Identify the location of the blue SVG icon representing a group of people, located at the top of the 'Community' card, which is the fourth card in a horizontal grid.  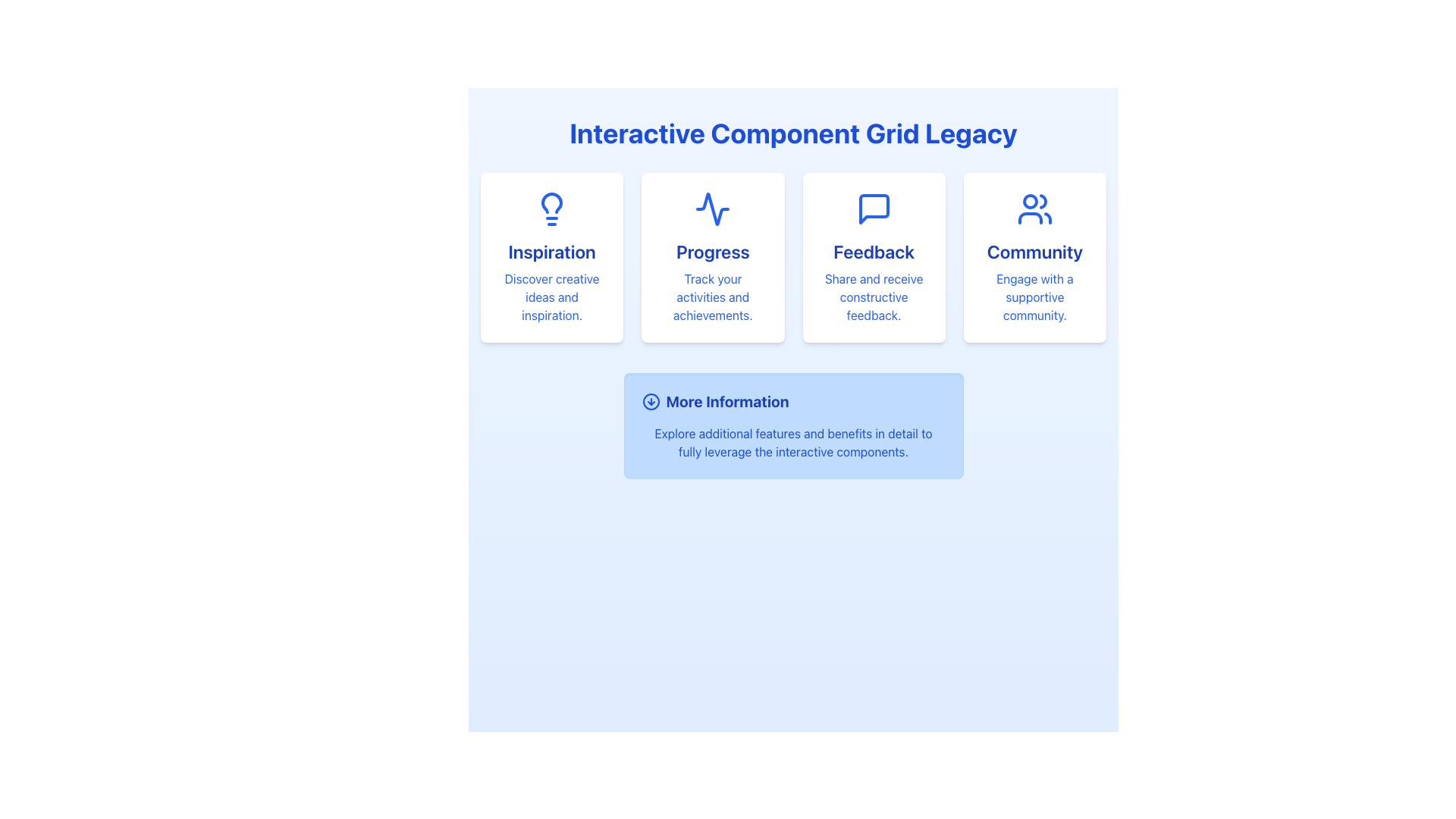
(1034, 209).